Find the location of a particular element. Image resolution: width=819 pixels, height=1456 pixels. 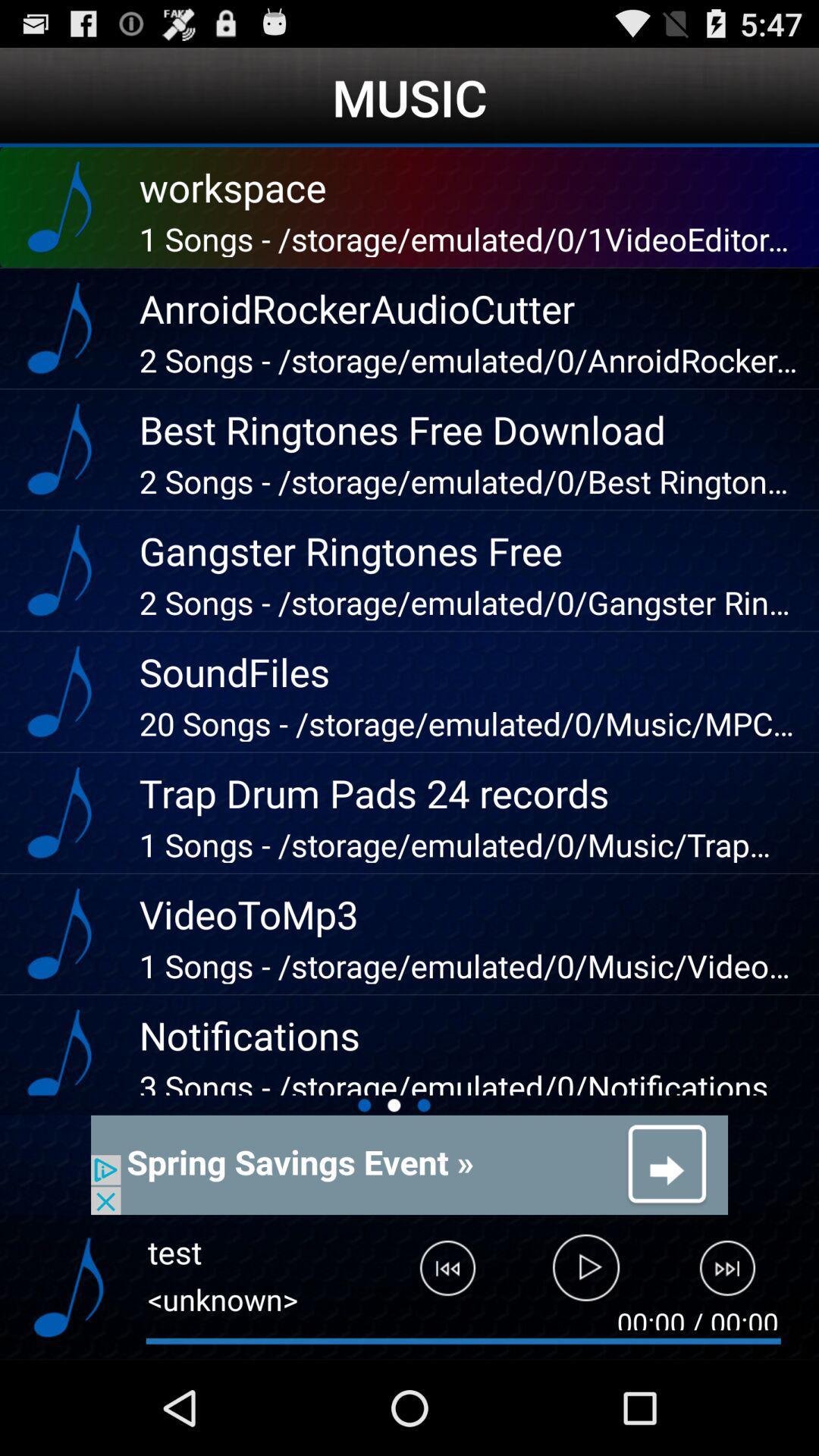

song is located at coordinates (585, 1274).